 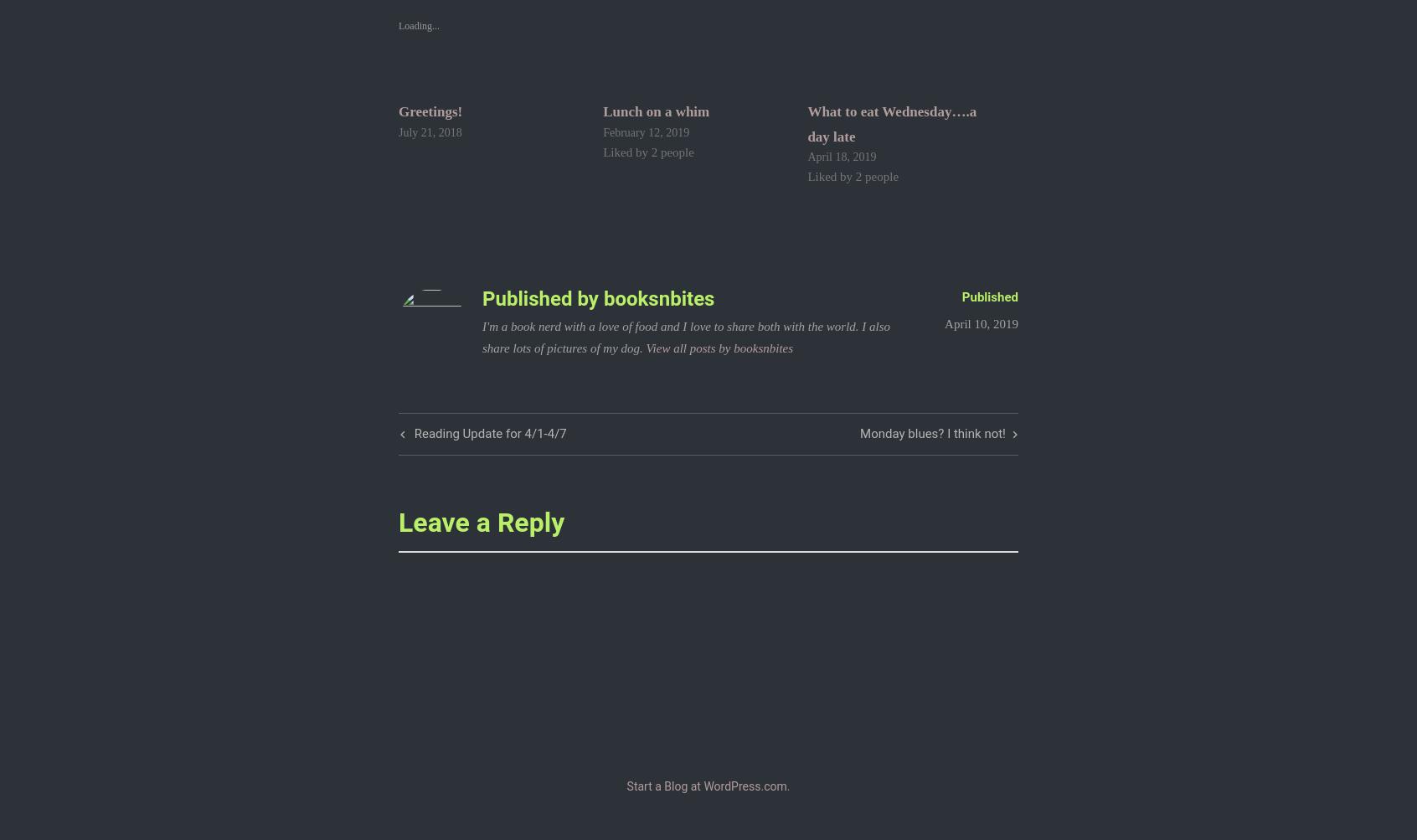 I want to click on 'Start a Blog at WordPress.com', so click(x=706, y=786).